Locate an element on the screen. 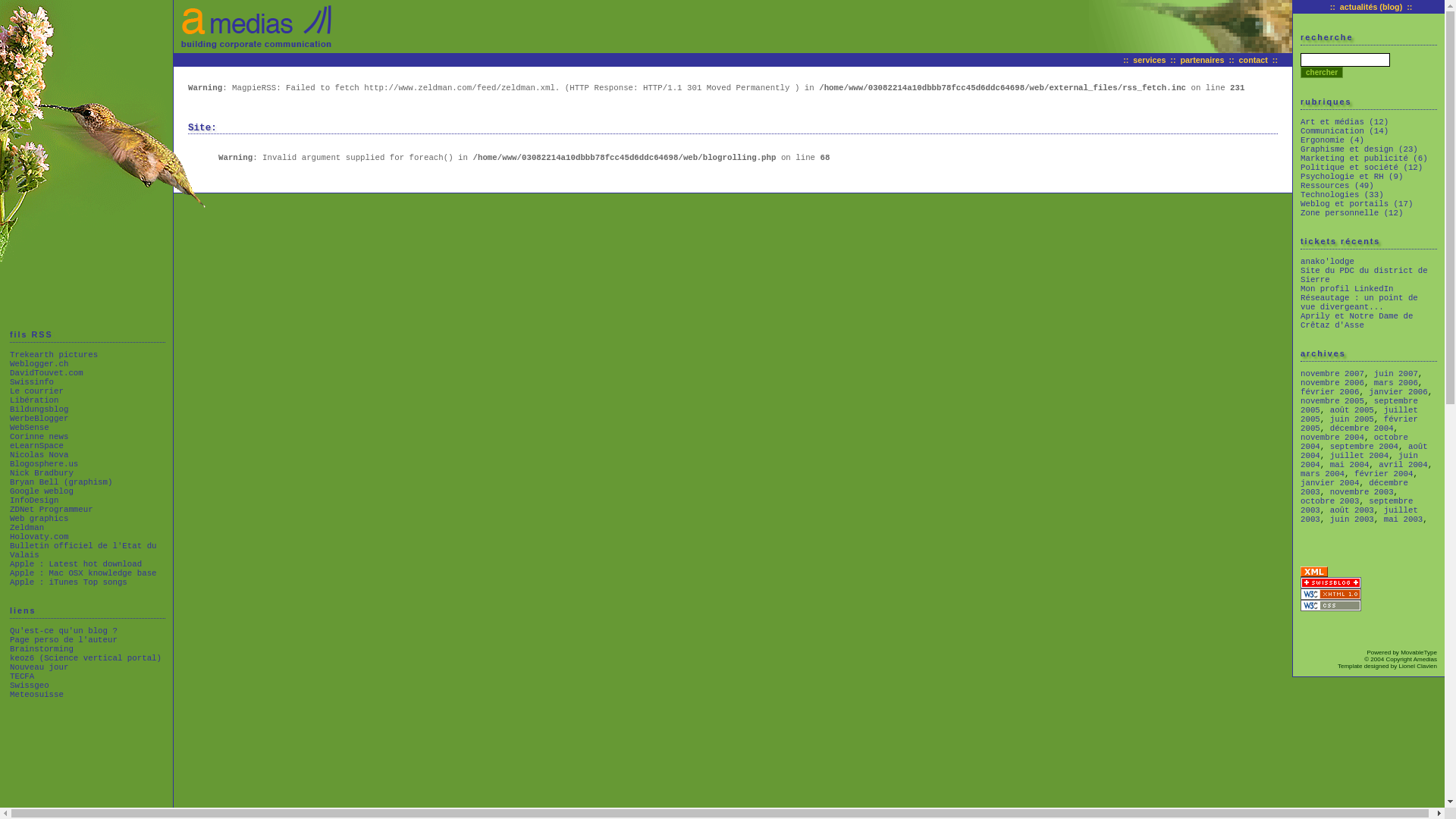  'Corinne news' is located at coordinates (39, 436).